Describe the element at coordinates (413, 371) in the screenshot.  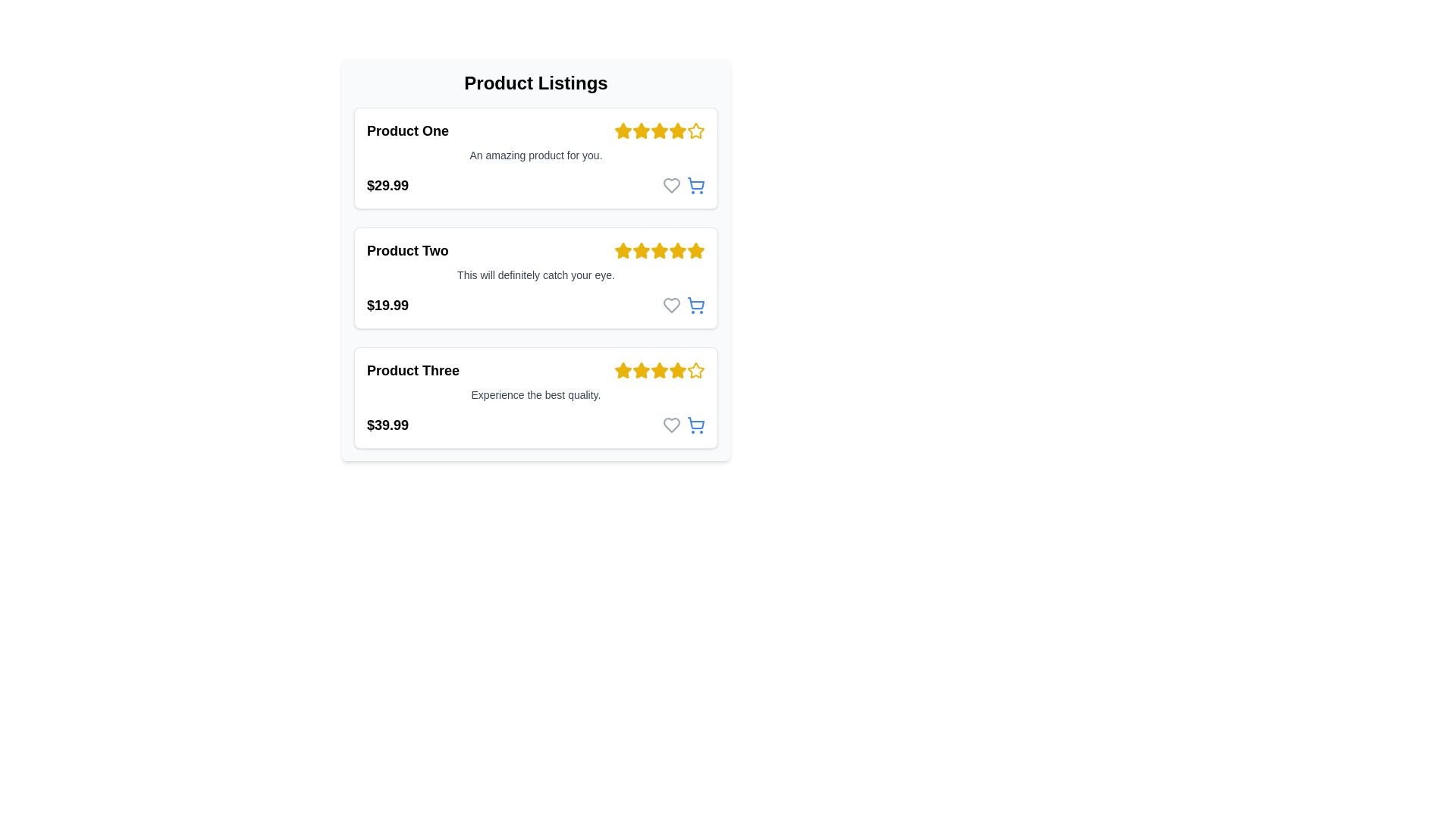
I see `the 'Product Three' label` at that location.